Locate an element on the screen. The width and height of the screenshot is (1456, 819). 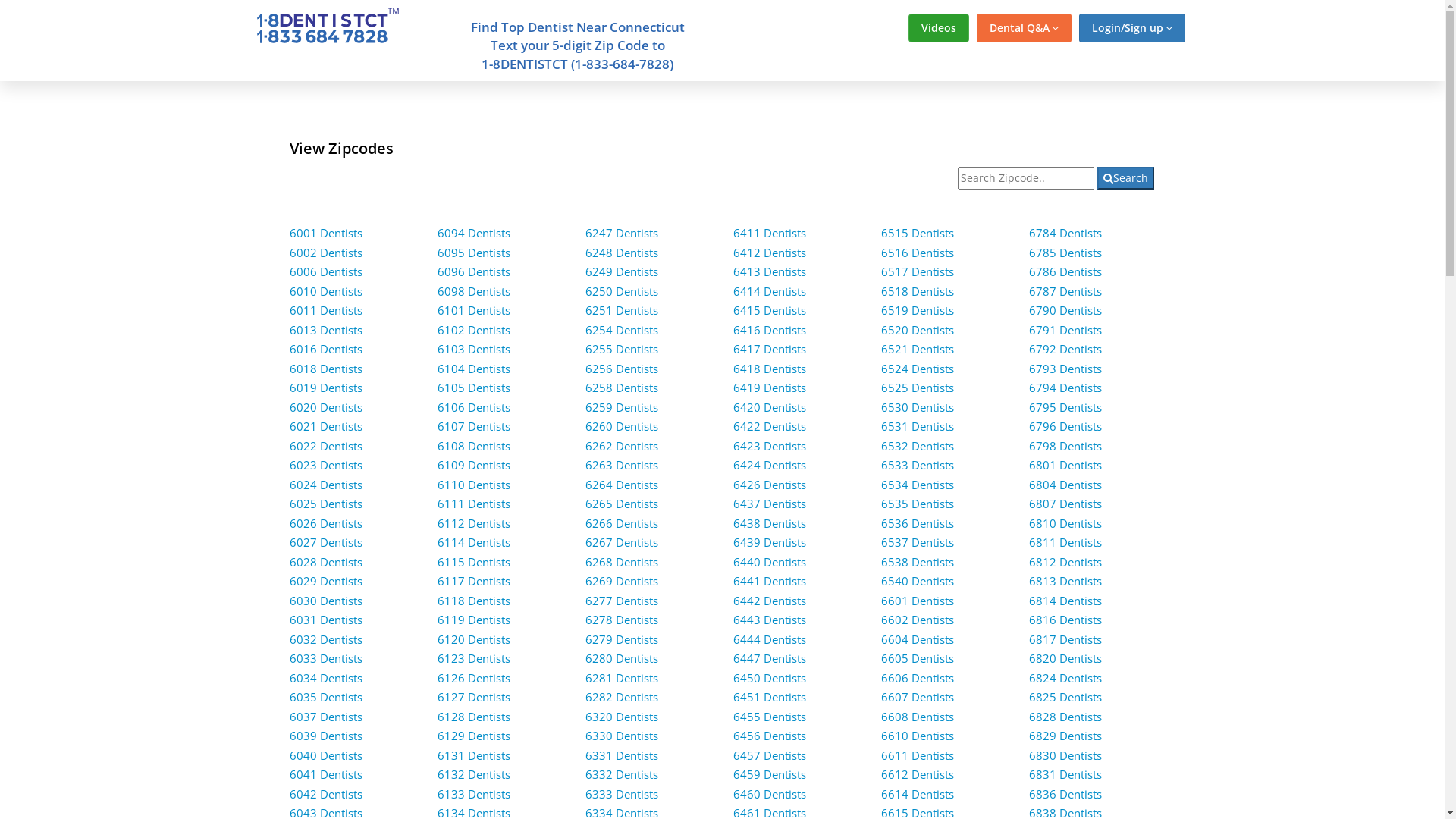
'6249 Dentists' is located at coordinates (622, 271).